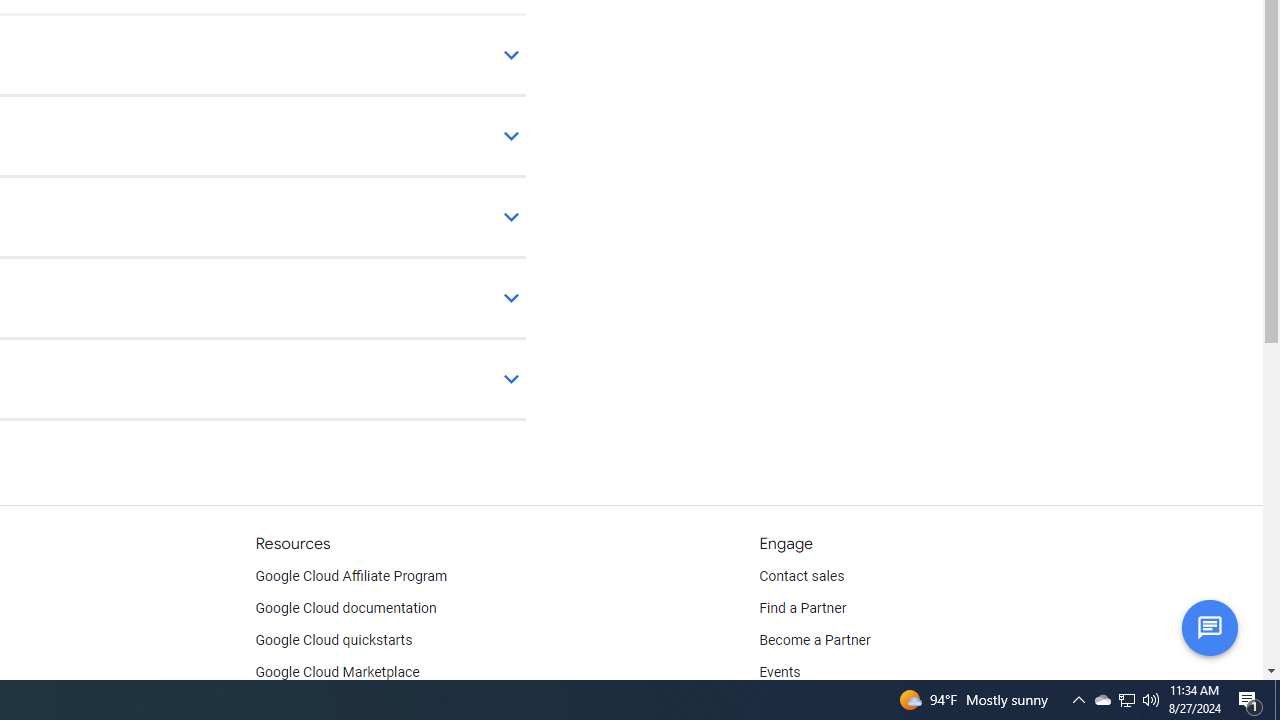 The image size is (1280, 720). What do you see at coordinates (345, 608) in the screenshot?
I see `'Google Cloud documentation'` at bounding box center [345, 608].